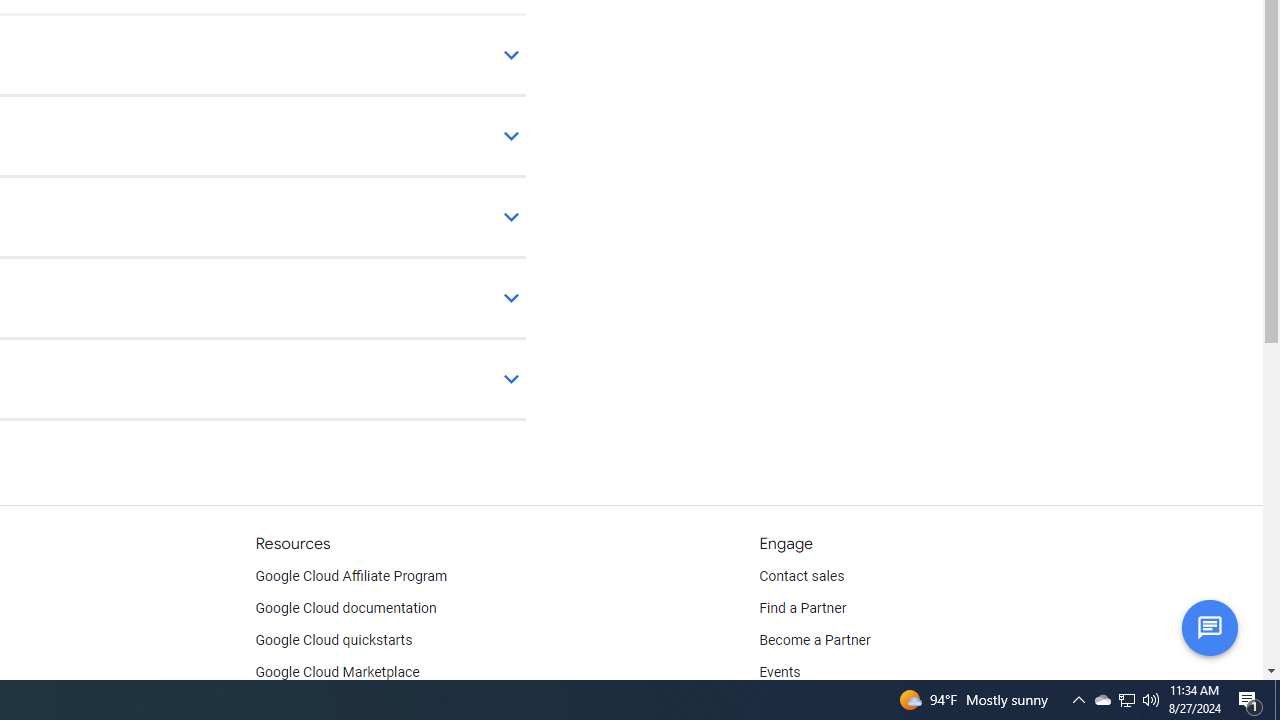 The image size is (1280, 720). What do you see at coordinates (345, 608) in the screenshot?
I see `'Google Cloud documentation'` at bounding box center [345, 608].